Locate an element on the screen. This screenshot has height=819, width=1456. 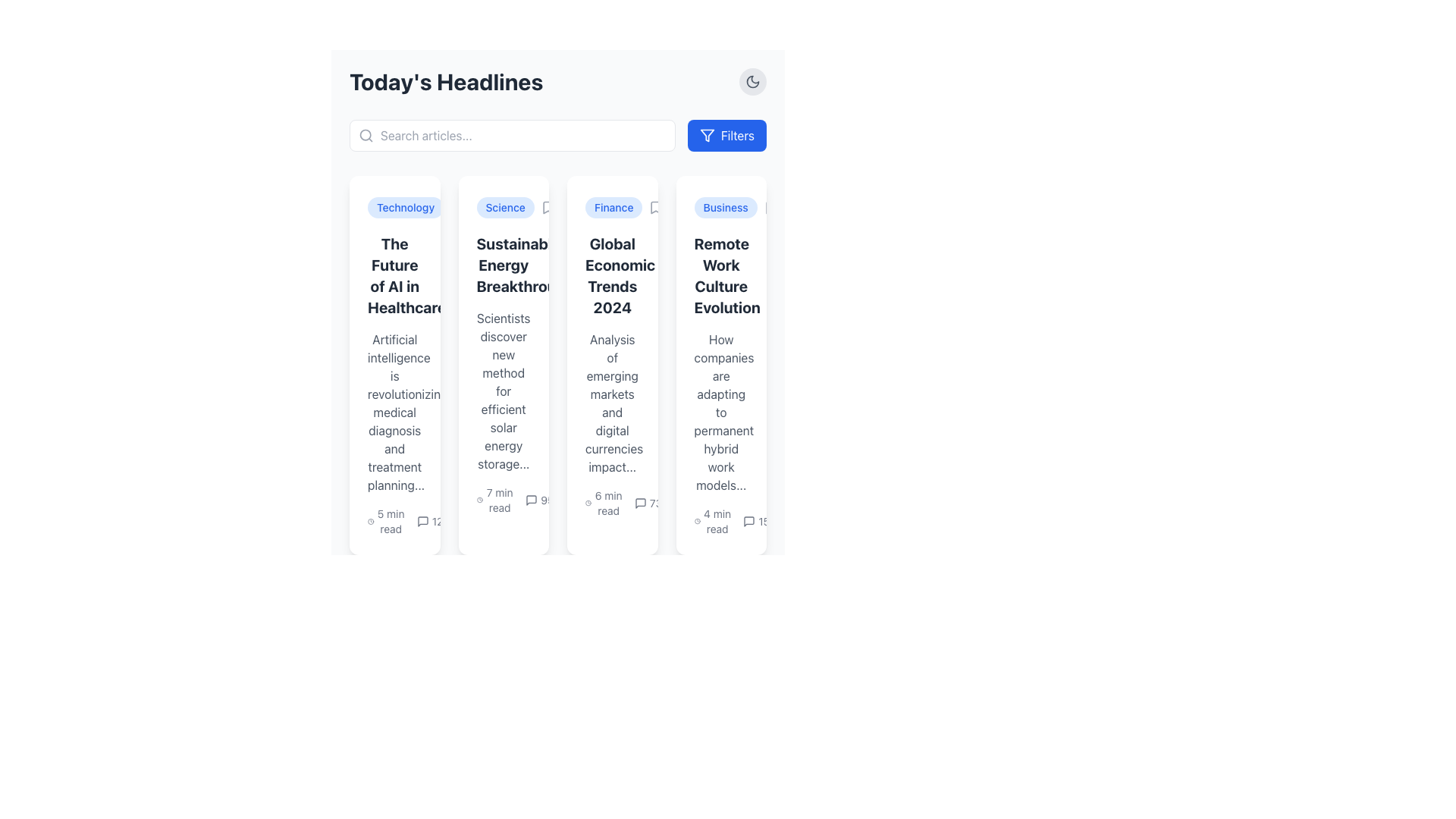
the comments icon located at the bottom right corner of the 'Remote Work Culture Evolution' card, which opens the comments section related to the content is located at coordinates (749, 520).